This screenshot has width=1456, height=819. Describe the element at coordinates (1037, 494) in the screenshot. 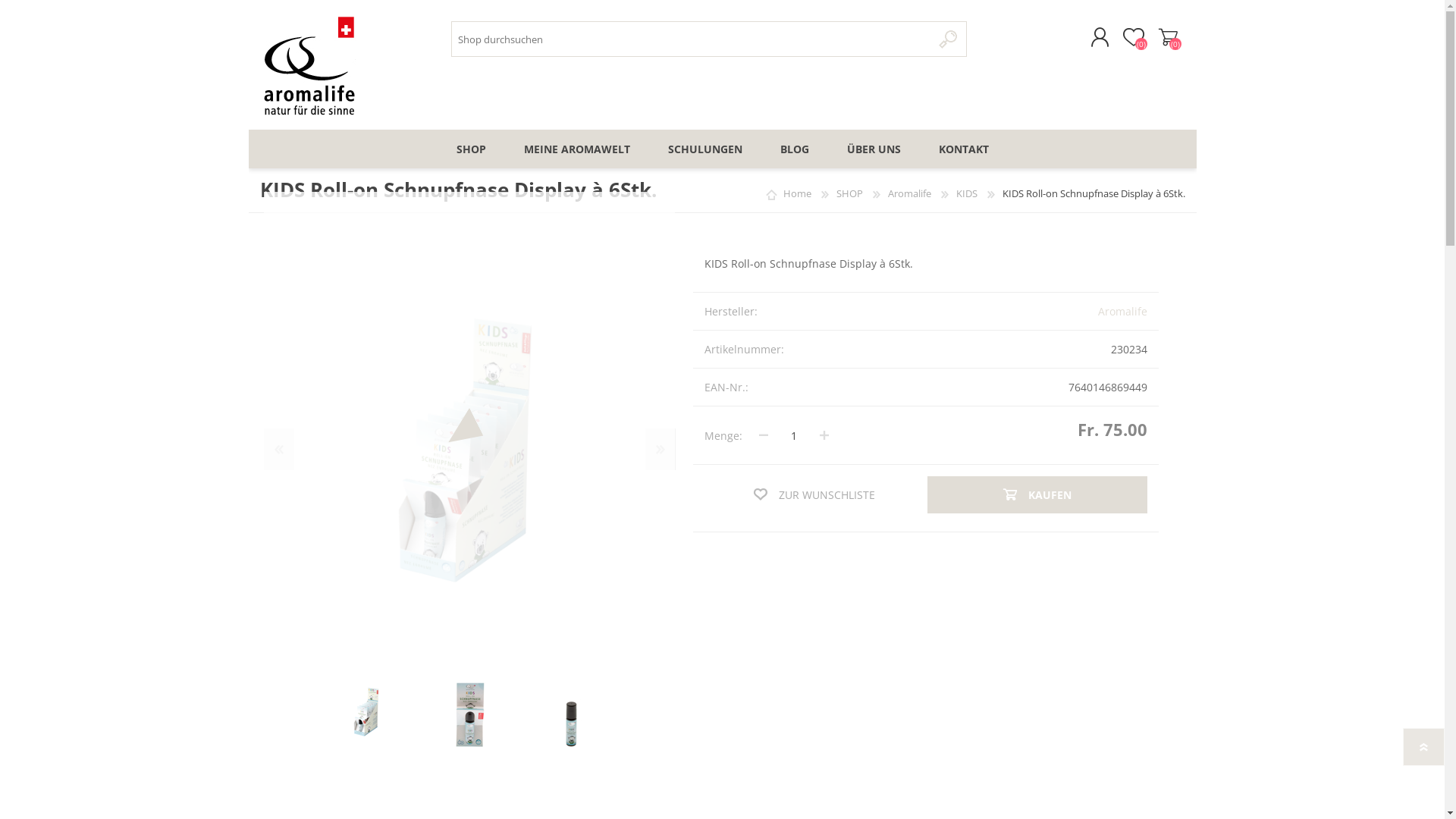

I see `'KAUFEN'` at that location.